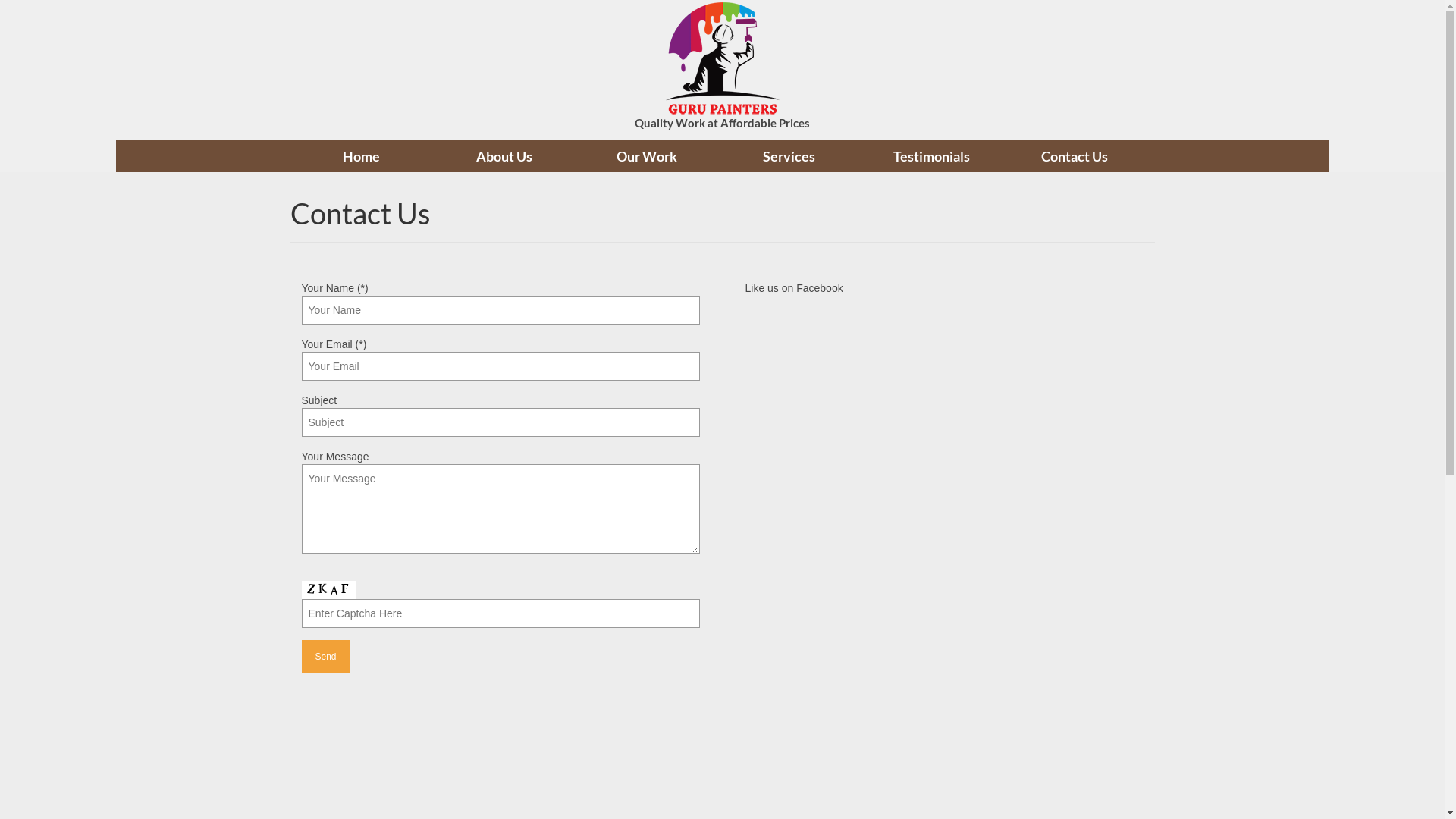 The image size is (1456, 819). I want to click on 'Send', so click(302, 656).